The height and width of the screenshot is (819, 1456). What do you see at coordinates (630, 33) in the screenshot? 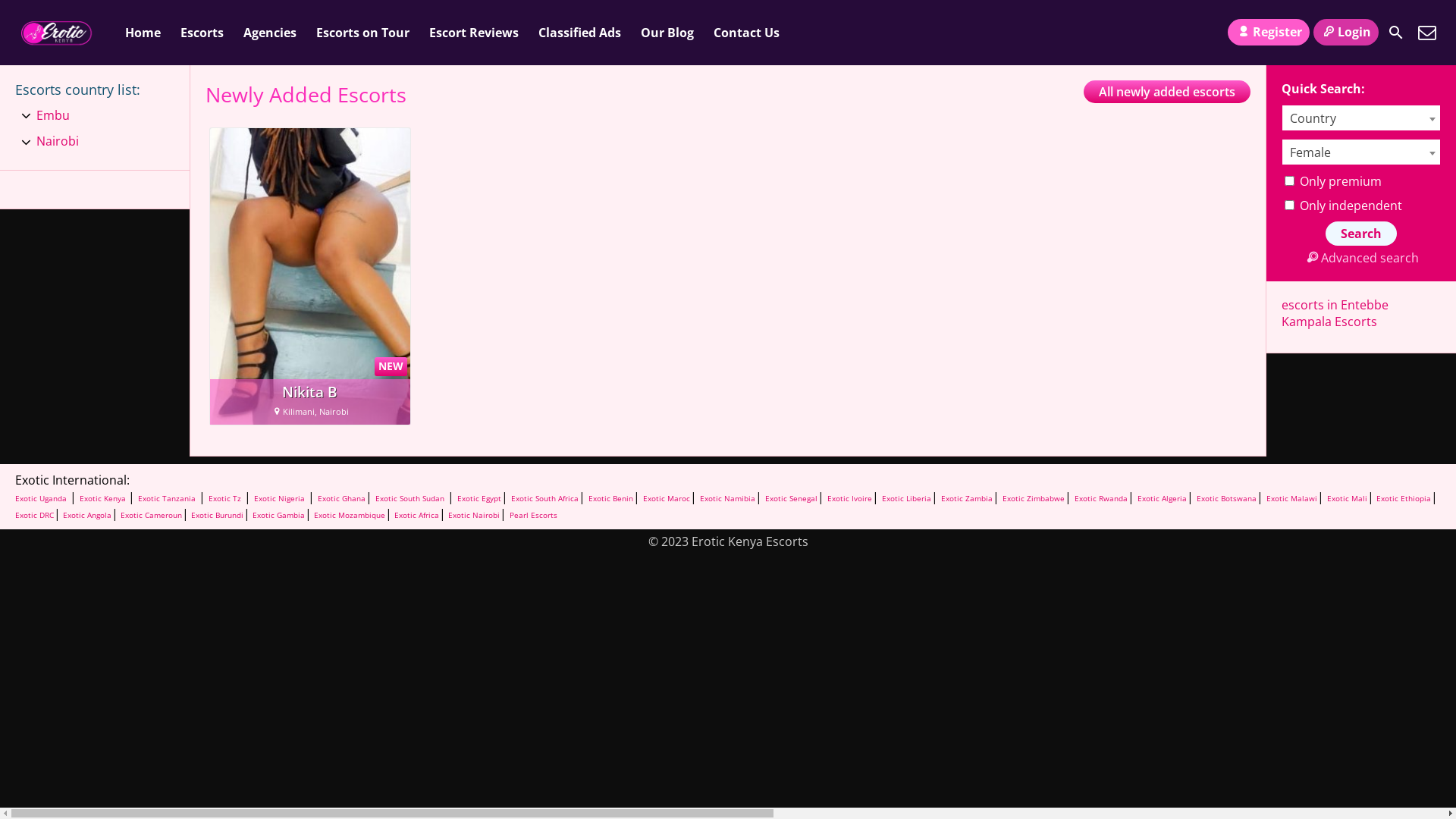
I see `'Our Blog'` at bounding box center [630, 33].